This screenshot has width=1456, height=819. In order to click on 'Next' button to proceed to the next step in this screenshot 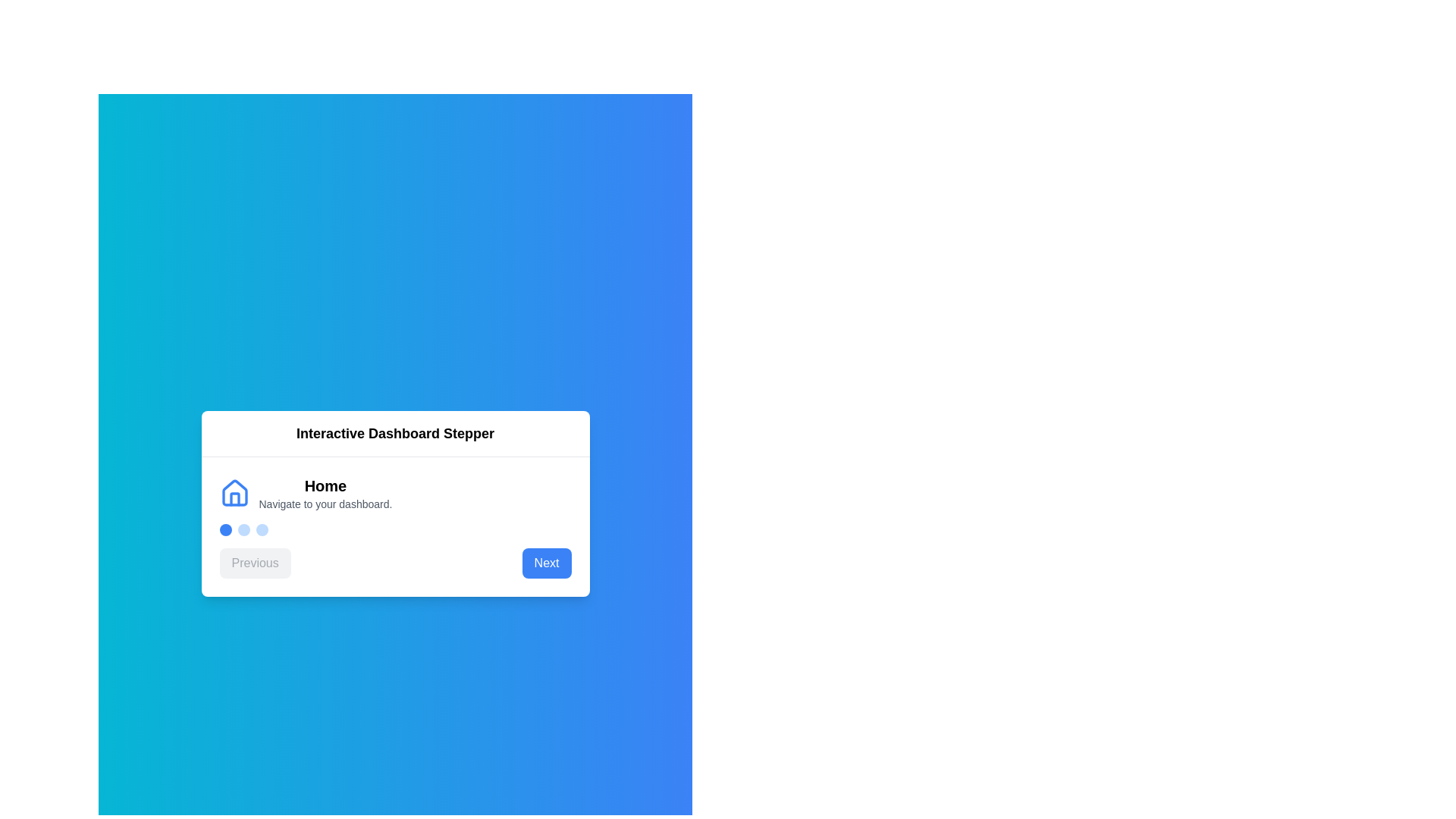, I will do `click(546, 563)`.